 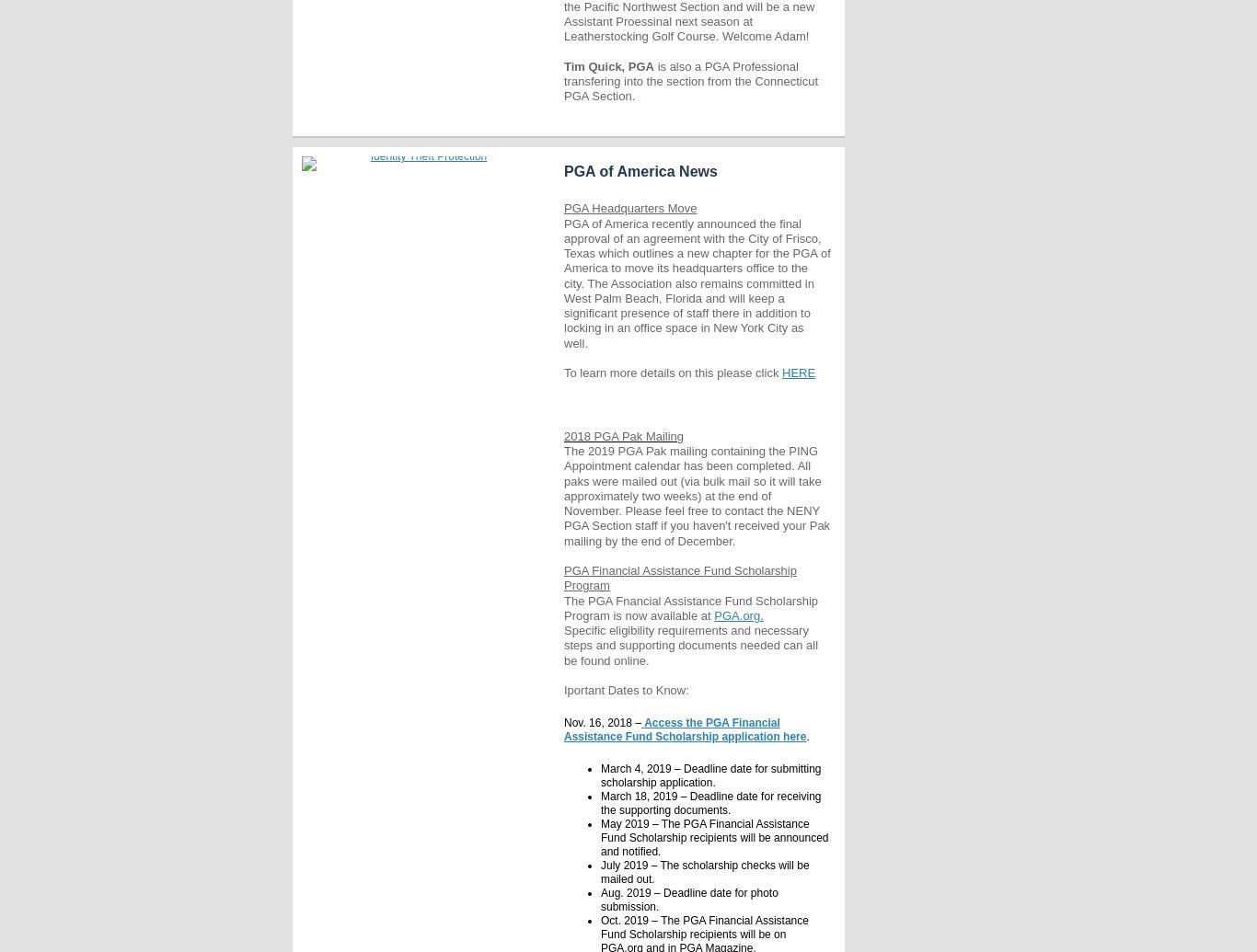 What do you see at coordinates (697, 495) in the screenshot?
I see `'The 2019 PGA Pak mailing containing the PING Appointment calendar has been completed. All paks were mailed out (via bulk mail so it will take approximately two weeks) at the end of November. Please feel free to contact the NENY PGA Section staff if you haven't received your  Pak mailing by the end of December.'` at bounding box center [697, 495].